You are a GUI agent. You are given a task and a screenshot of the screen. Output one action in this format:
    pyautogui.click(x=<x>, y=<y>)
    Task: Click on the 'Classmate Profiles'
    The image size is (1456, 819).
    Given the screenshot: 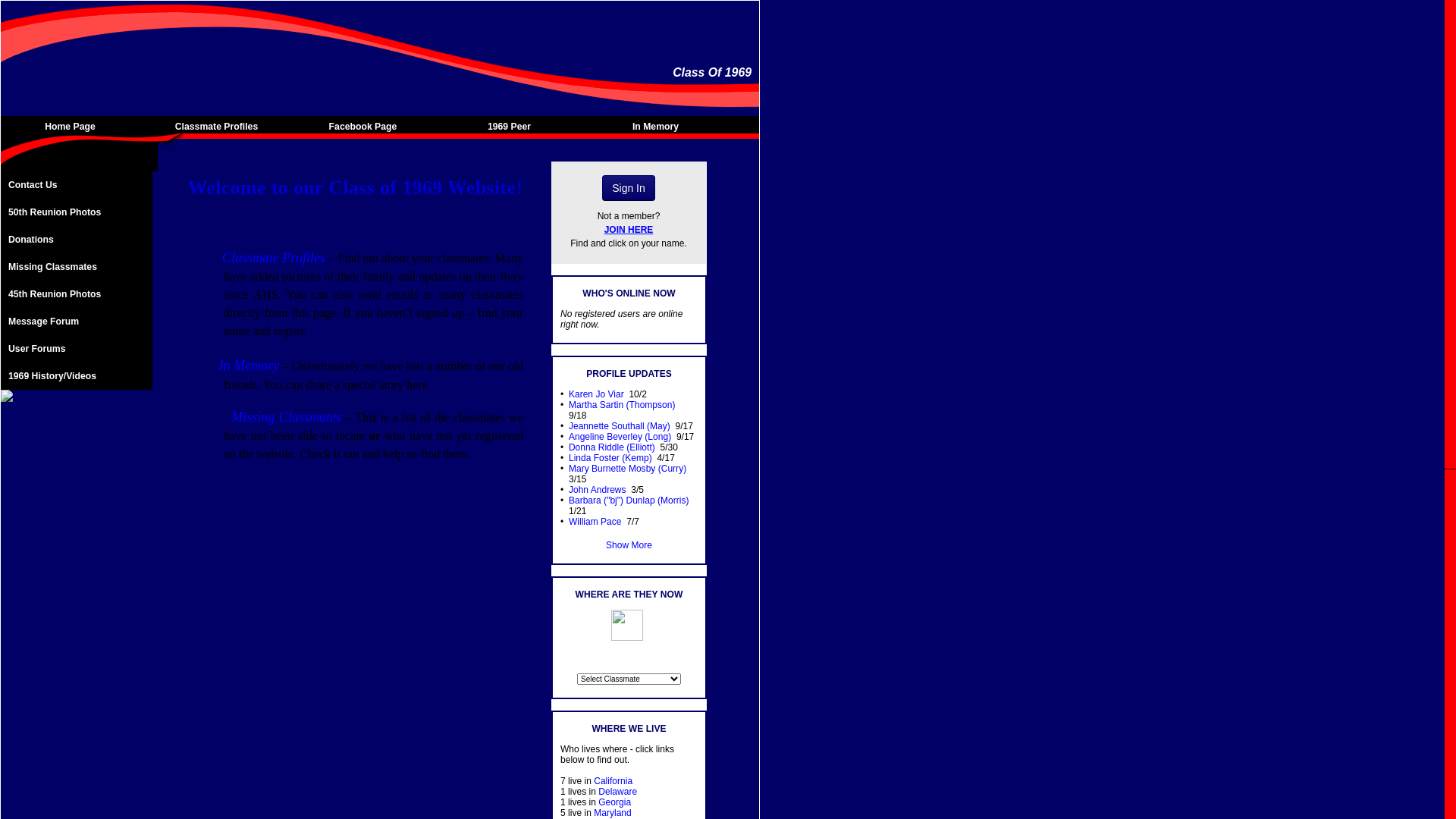 What is the action you would take?
    pyautogui.click(x=219, y=125)
    